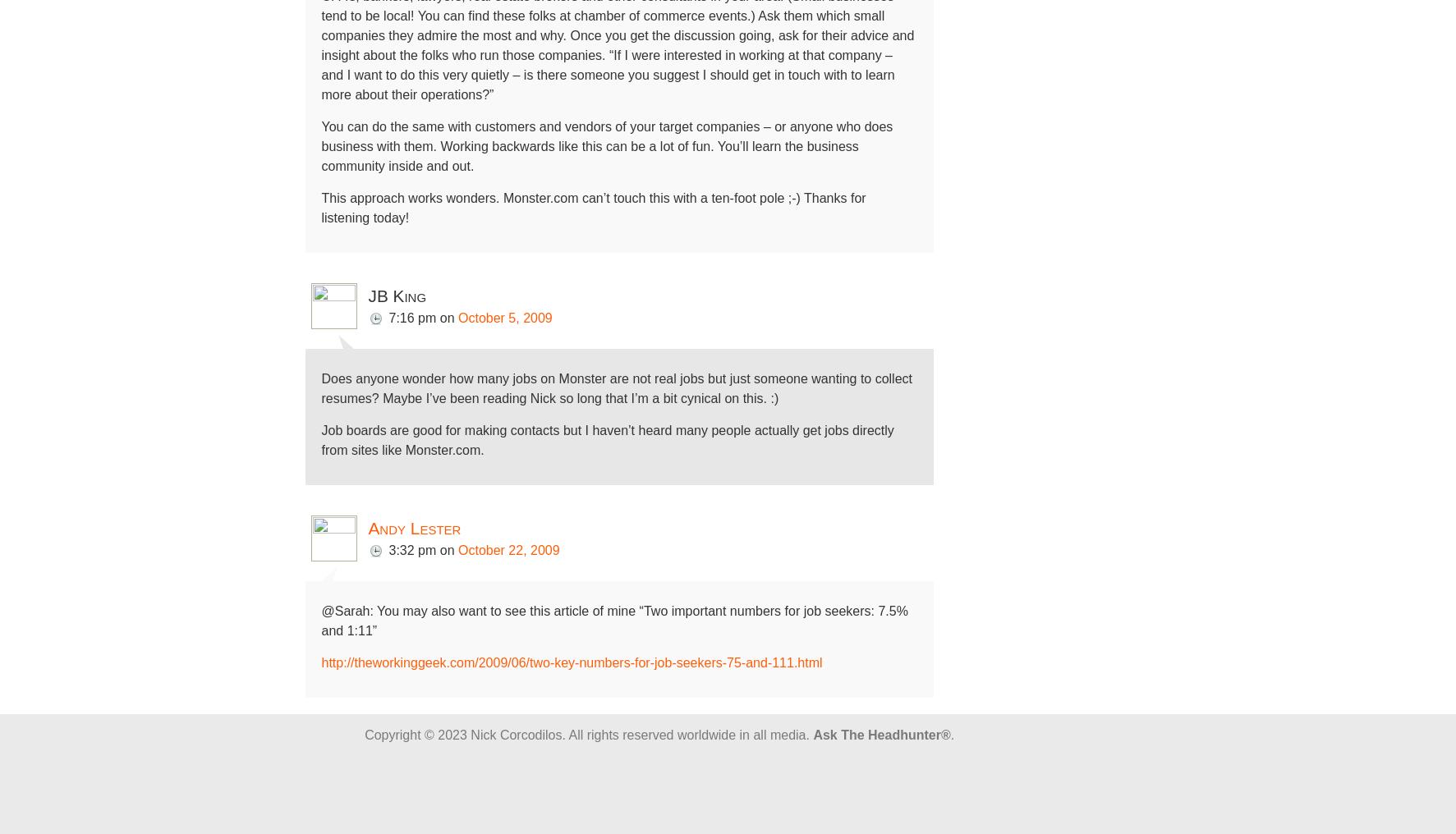  Describe the element at coordinates (614, 621) in the screenshot. I see `'@Sarah: You may also want to see this article of mine “Two important numbers for job seekers: 7.5% and 1:11”'` at that location.